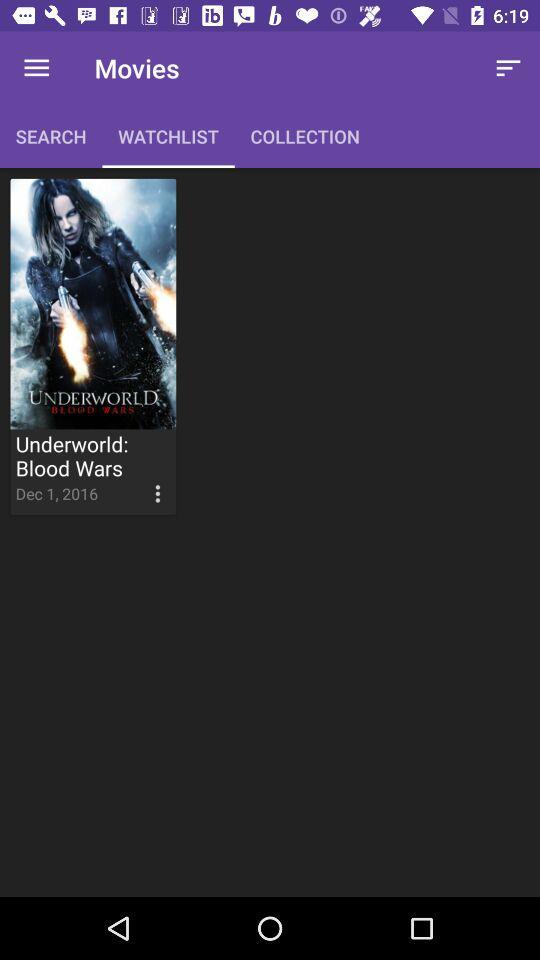 The image size is (540, 960). I want to click on icon at the top right corner, so click(508, 68).